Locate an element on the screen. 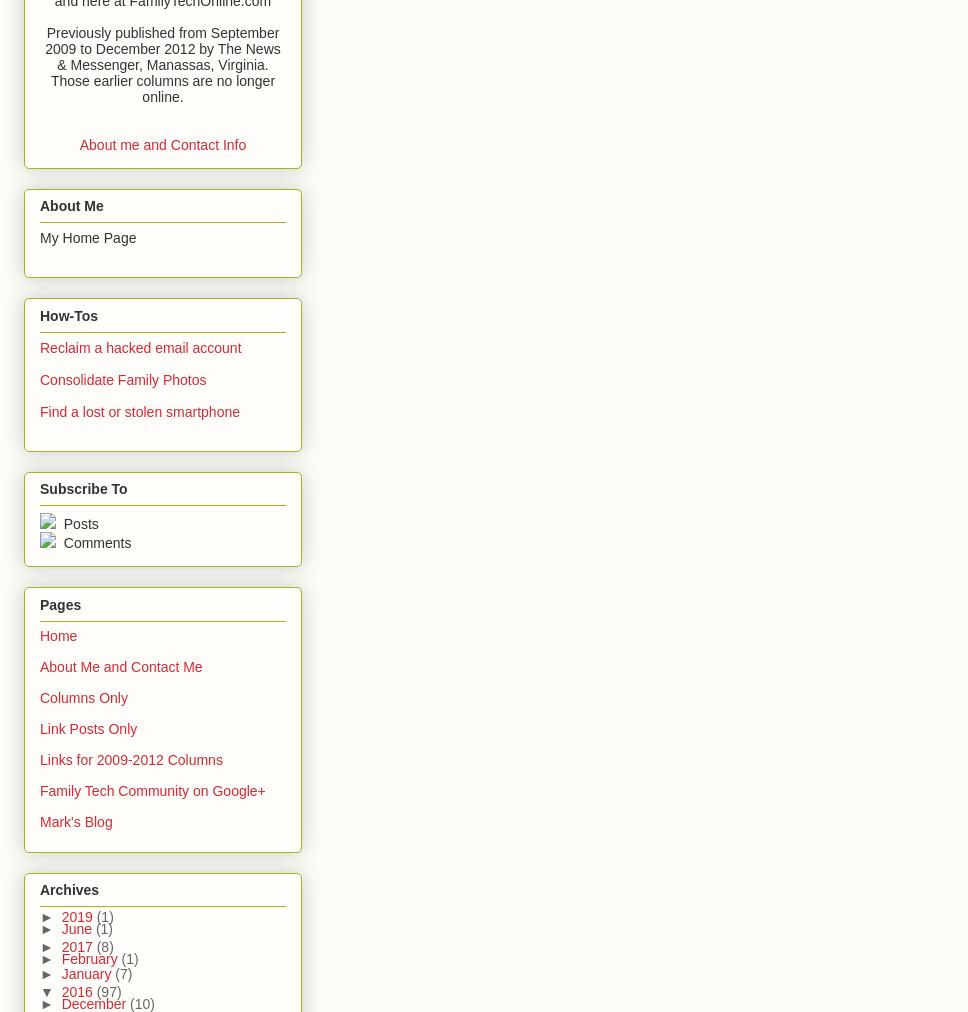 The image size is (968, 1012). 'Pages' is located at coordinates (59, 602).